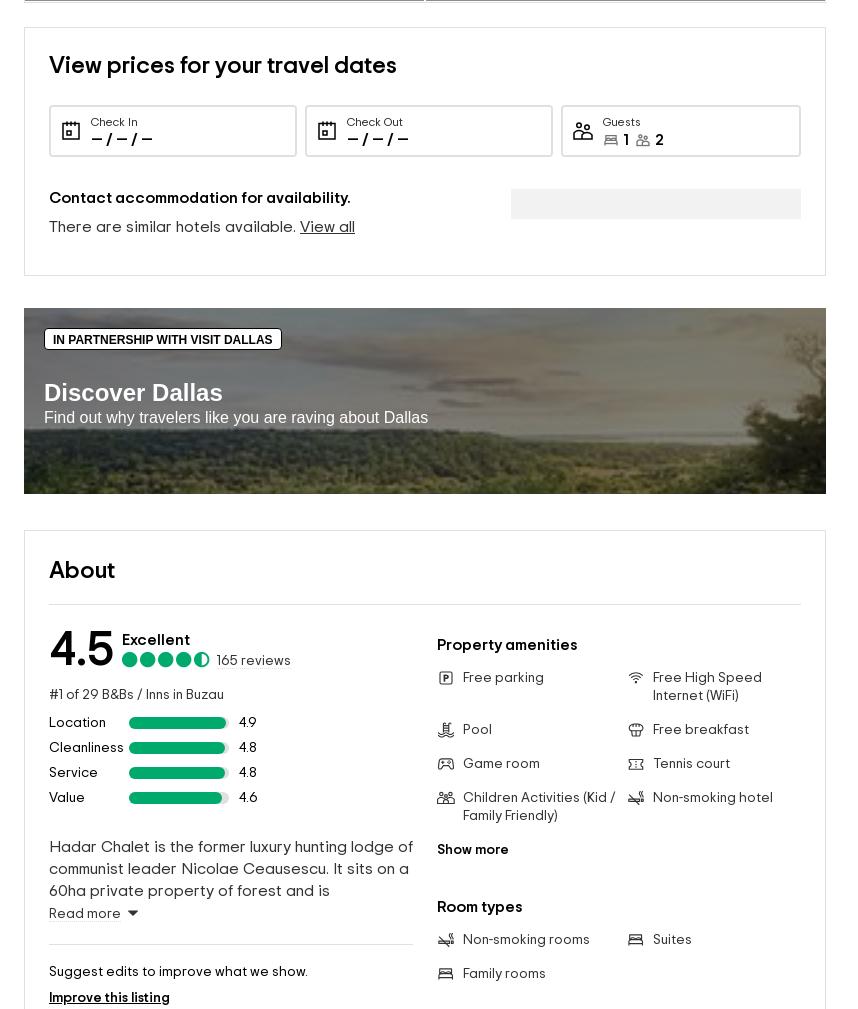  Describe the element at coordinates (506, 612) in the screenshot. I see `'Property amenities'` at that location.